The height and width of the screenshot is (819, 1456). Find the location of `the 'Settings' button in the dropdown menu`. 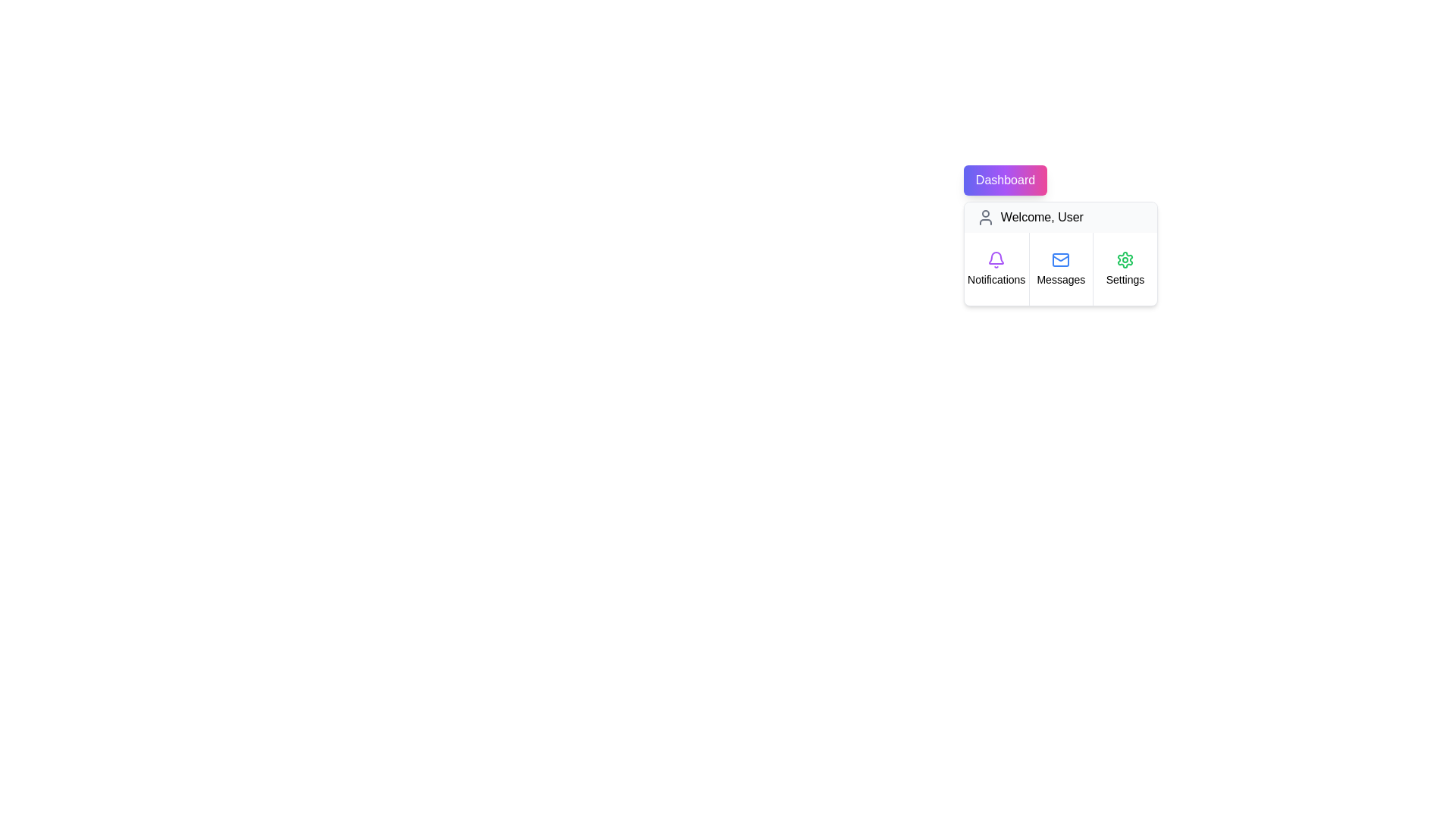

the 'Settings' button in the dropdown menu is located at coordinates (1125, 268).